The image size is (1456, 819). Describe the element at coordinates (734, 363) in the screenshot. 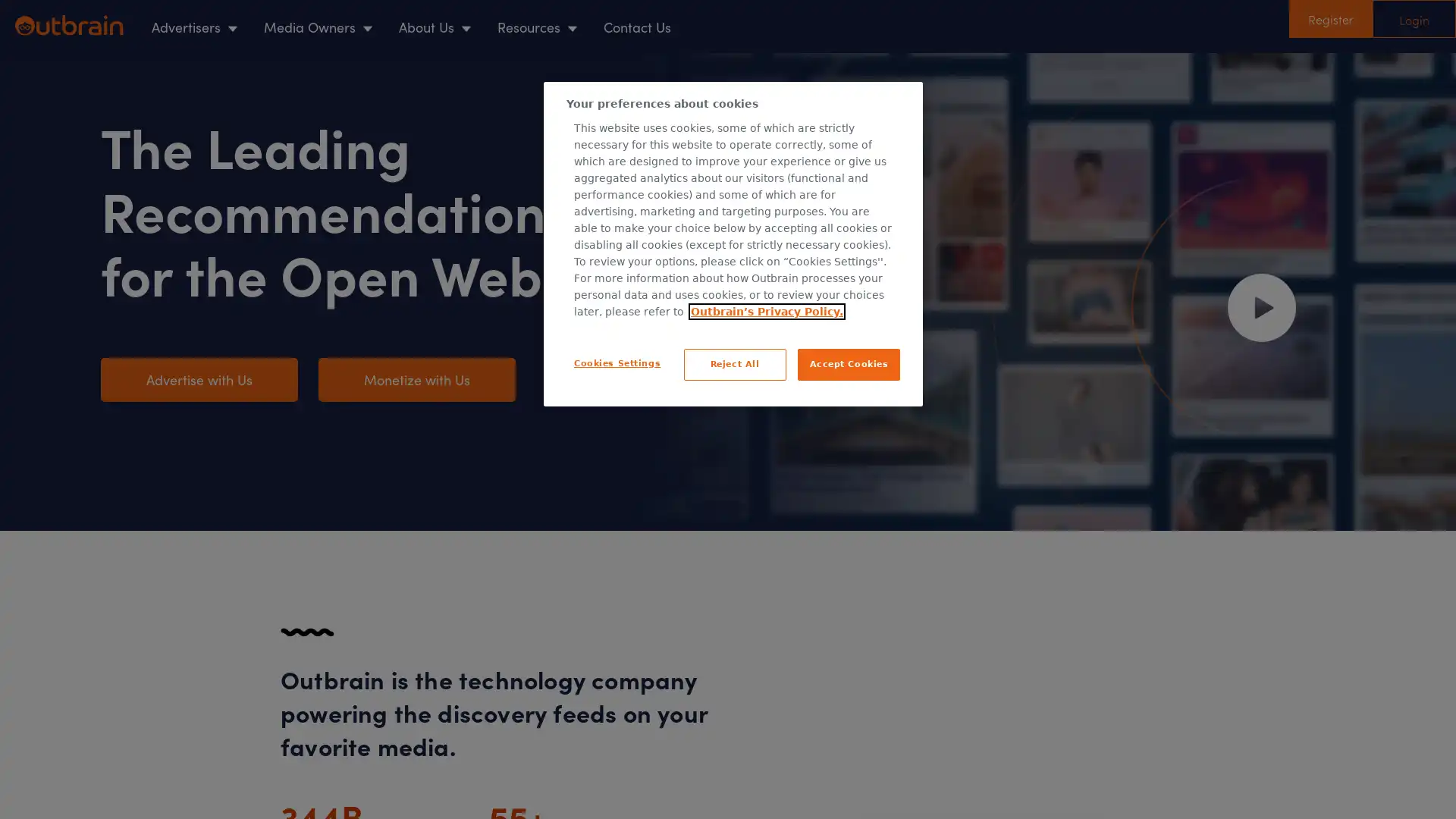

I see `Reject All` at that location.